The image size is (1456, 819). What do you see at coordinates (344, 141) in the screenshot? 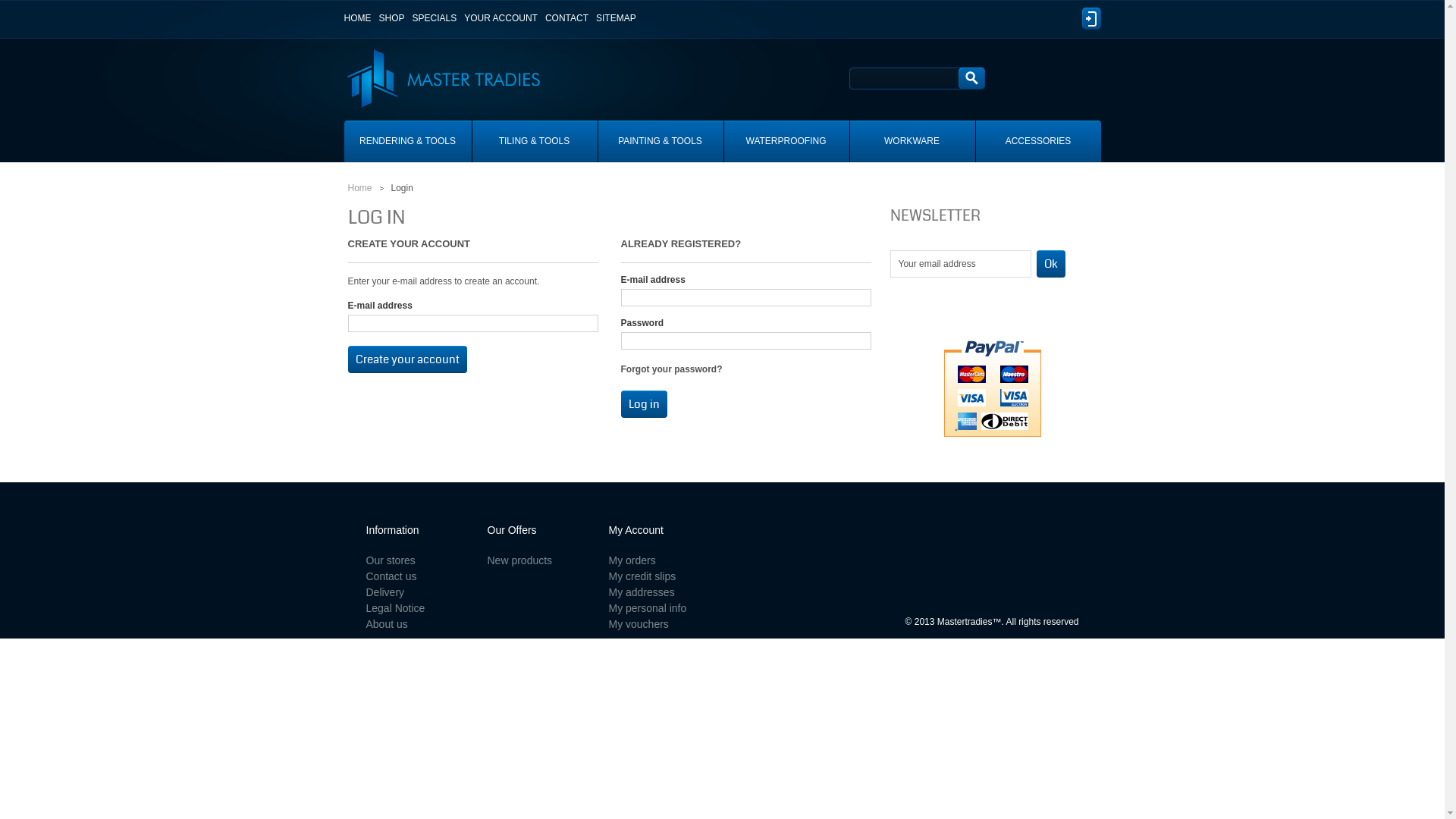
I see `'RENDERING & TOOLS'` at bounding box center [344, 141].